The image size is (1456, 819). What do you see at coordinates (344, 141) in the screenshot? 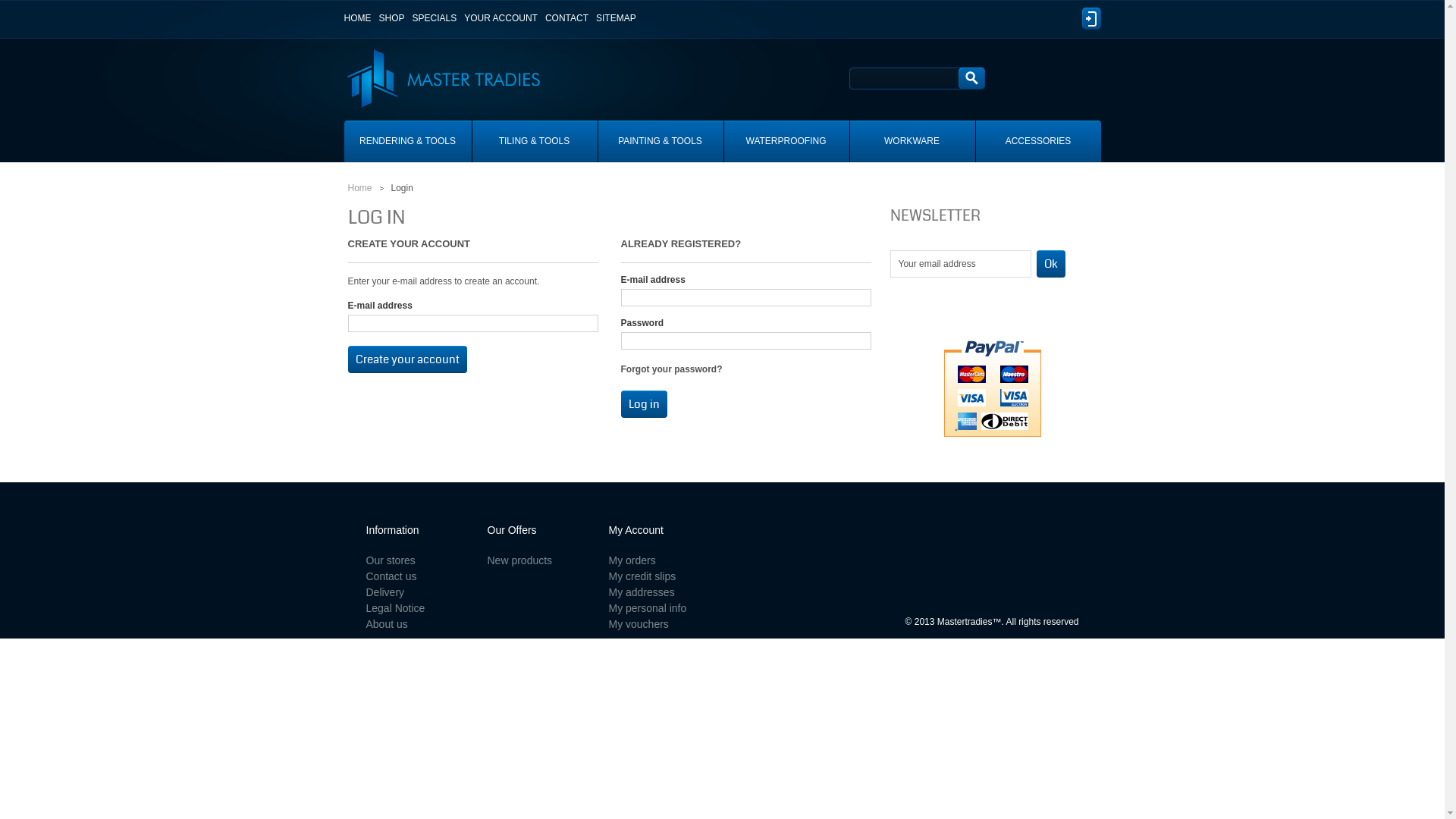
I see `'RENDERING & TOOLS'` at bounding box center [344, 141].